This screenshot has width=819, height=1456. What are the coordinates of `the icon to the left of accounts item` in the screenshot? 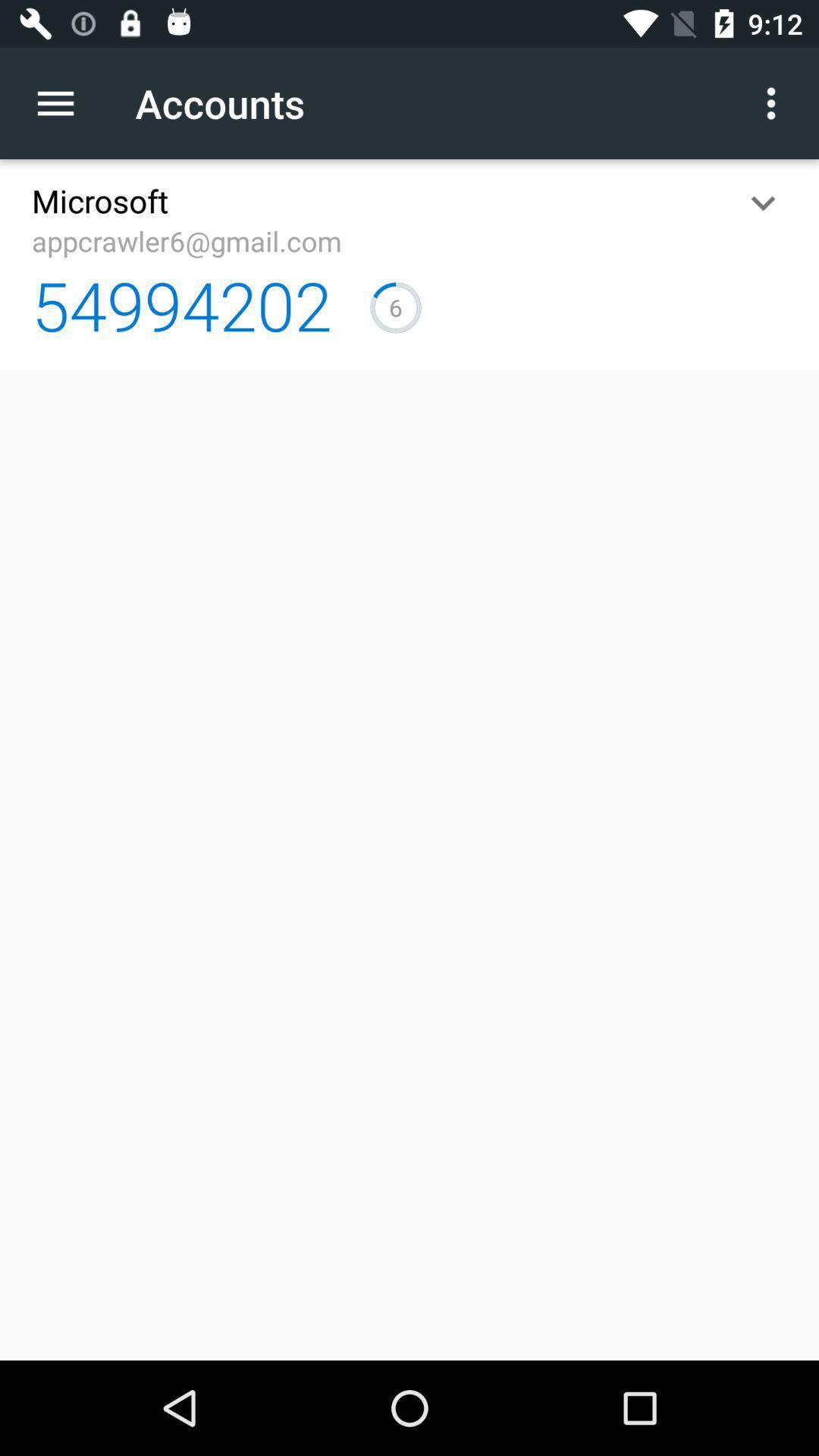 It's located at (63, 102).